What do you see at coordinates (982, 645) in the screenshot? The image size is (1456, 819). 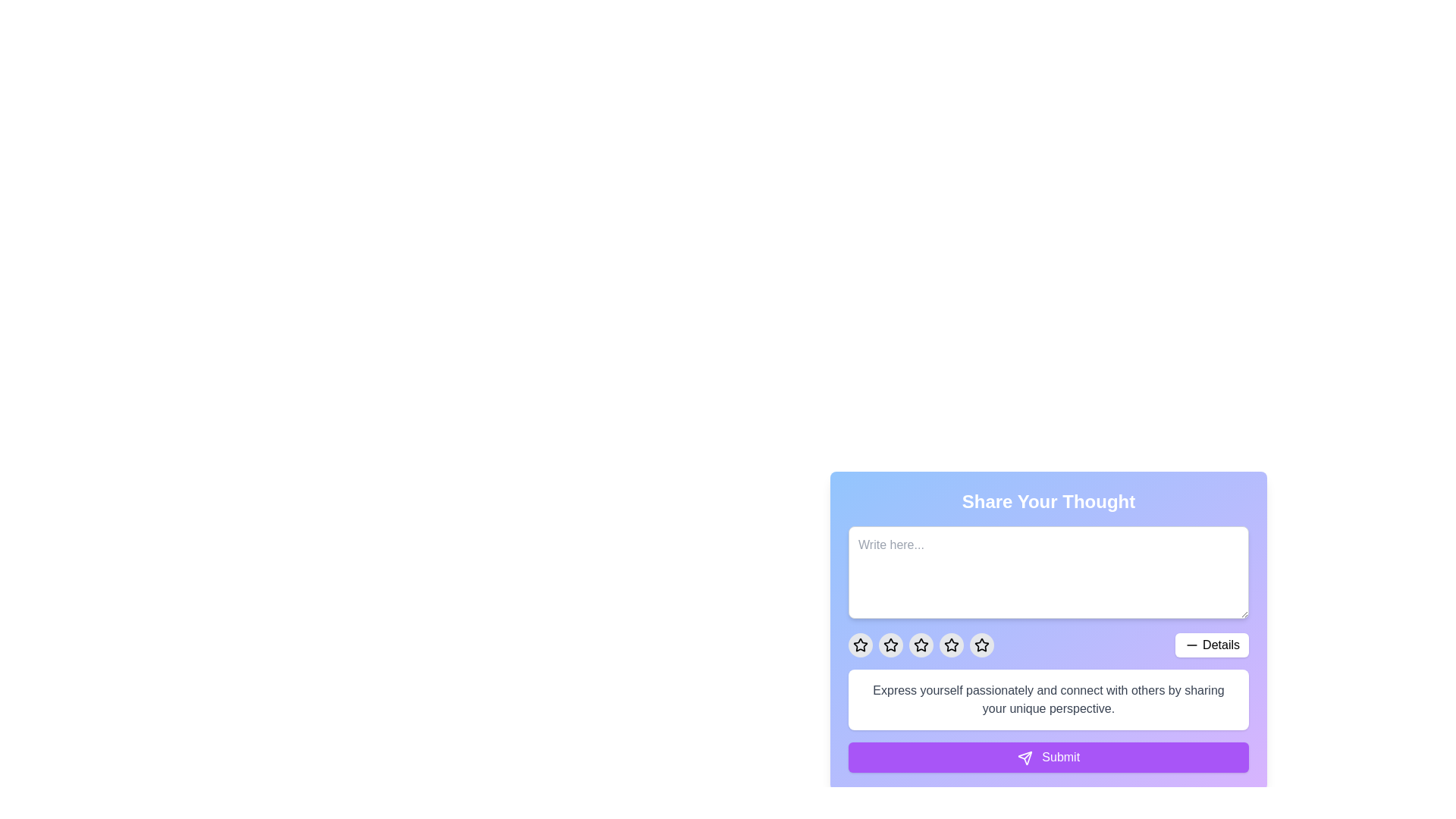 I see `the fifth star icon in the rating component located at the bottom-right section of the interface` at bounding box center [982, 645].